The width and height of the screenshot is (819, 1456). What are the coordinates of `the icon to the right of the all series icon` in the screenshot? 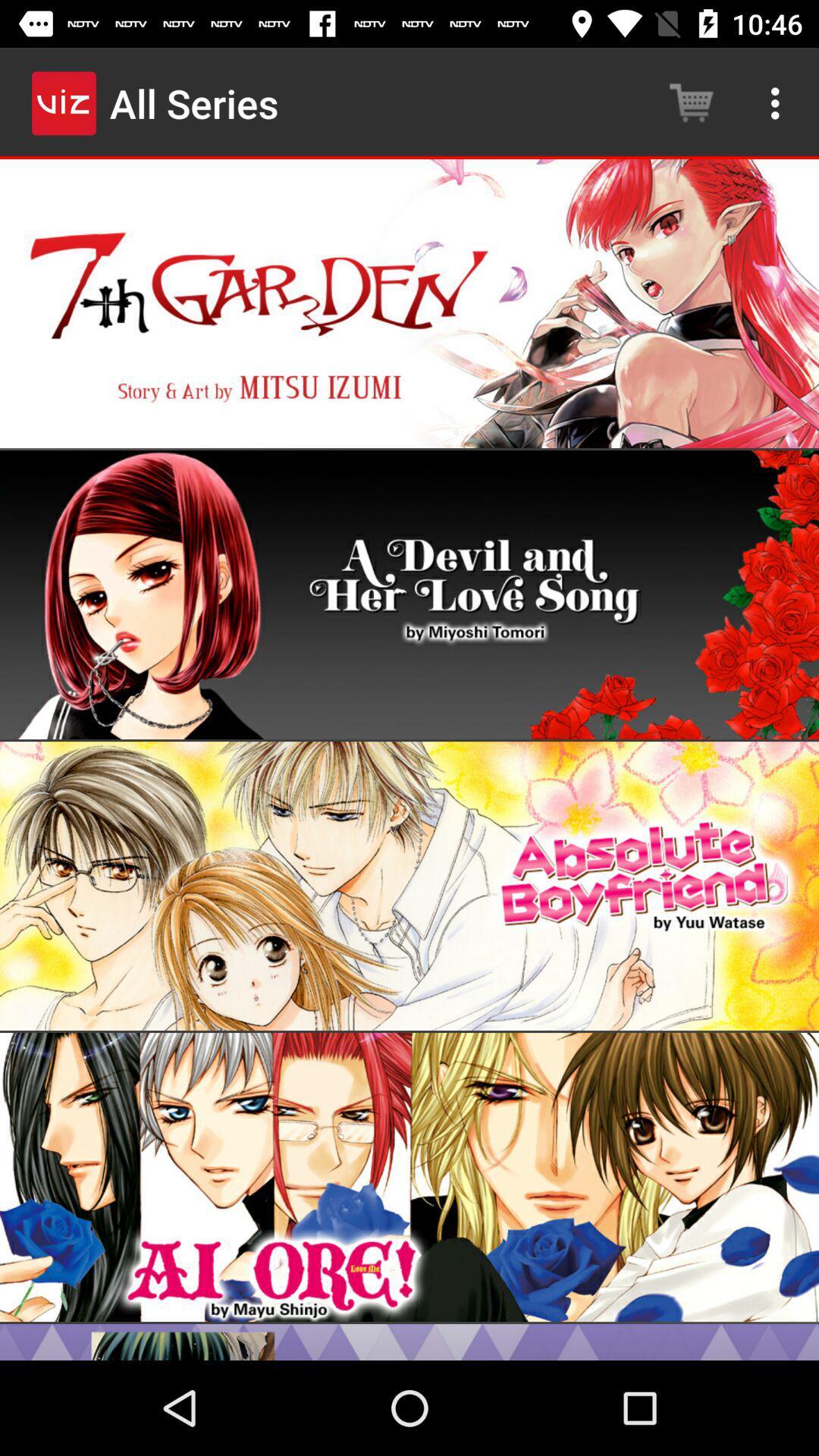 It's located at (691, 102).